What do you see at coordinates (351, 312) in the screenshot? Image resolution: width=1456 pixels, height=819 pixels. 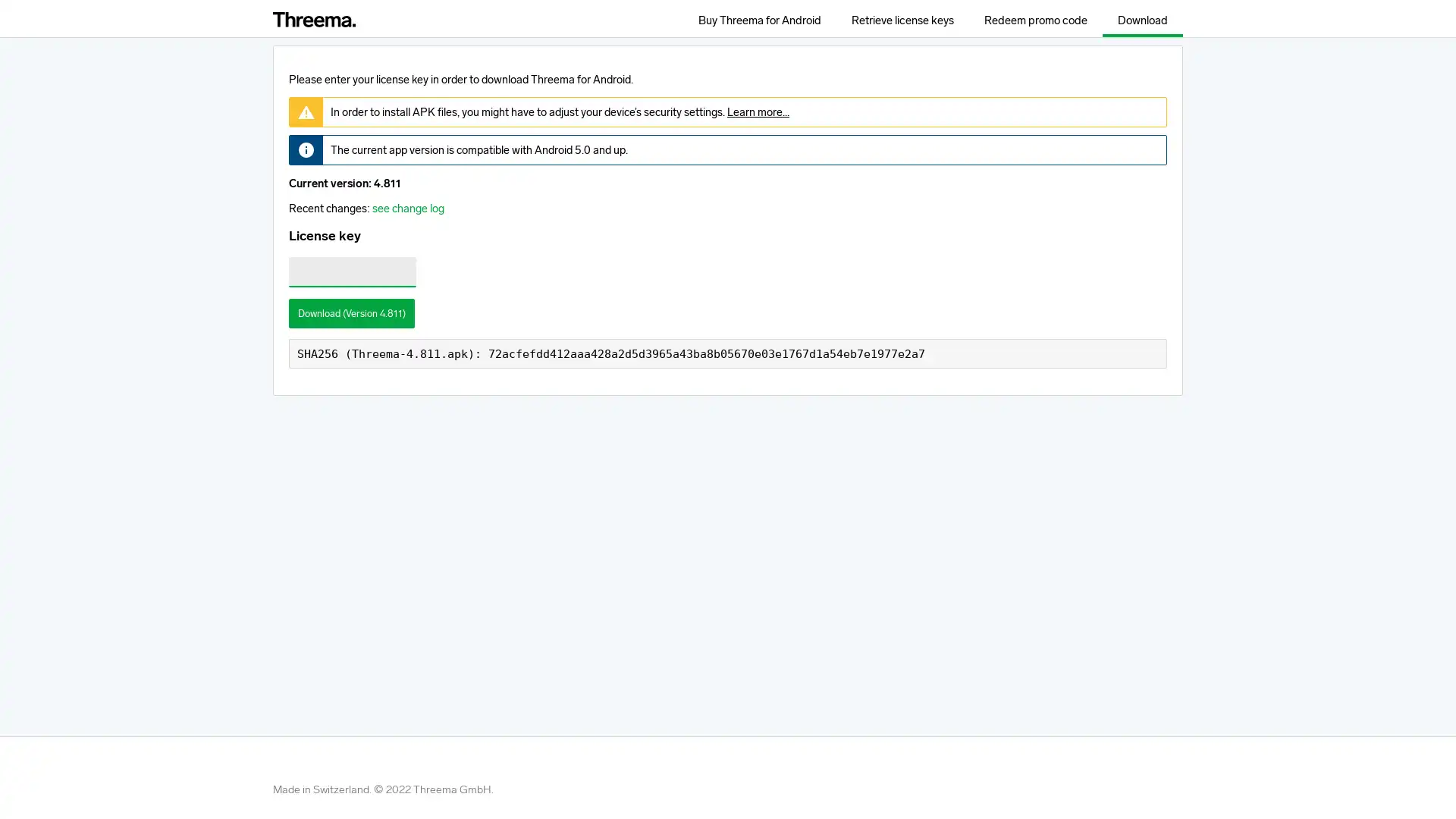 I see `Download (Version 4.811)` at bounding box center [351, 312].